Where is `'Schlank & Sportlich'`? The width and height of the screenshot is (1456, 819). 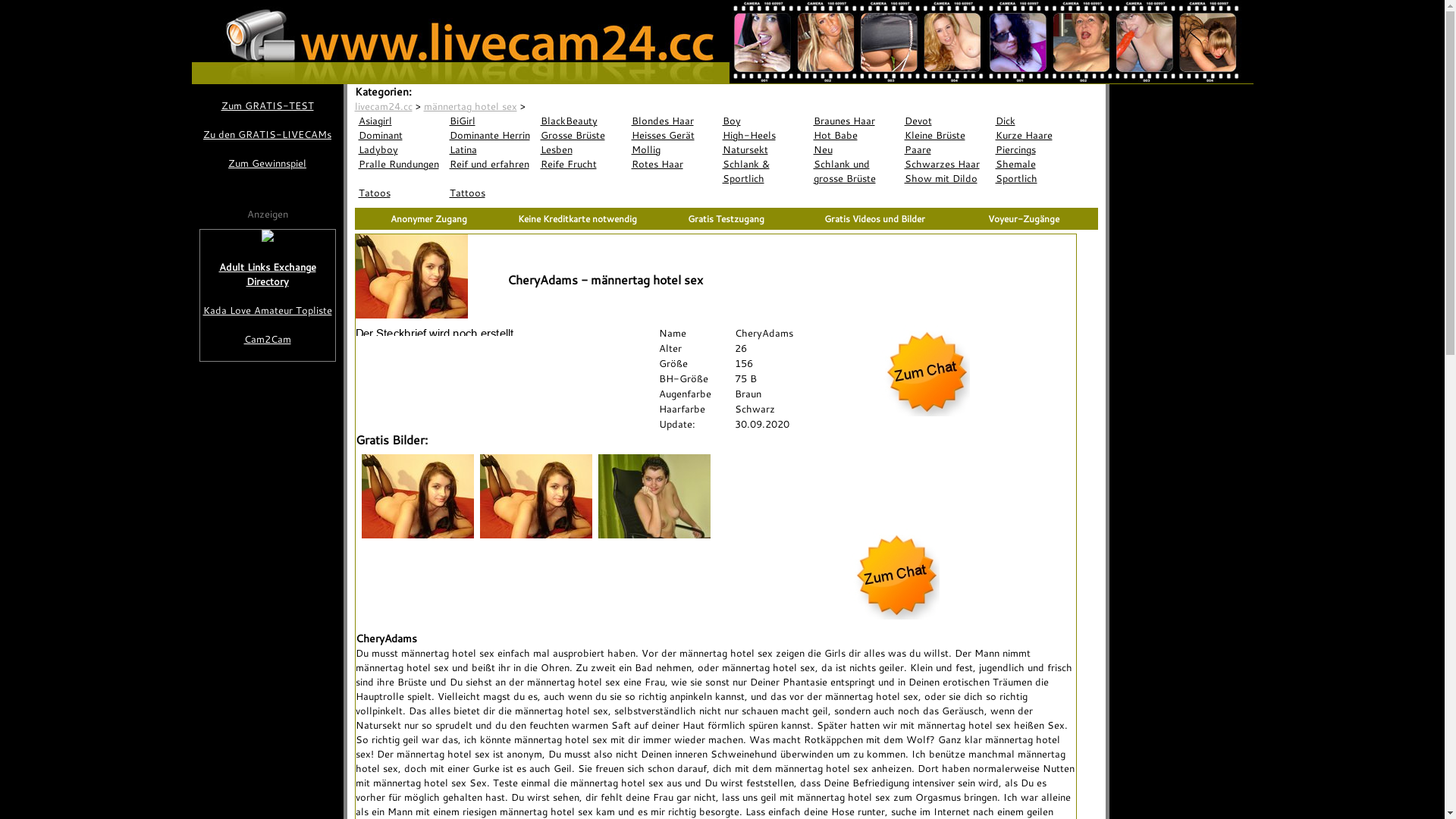 'Schlank & Sportlich' is located at coordinates (764, 171).